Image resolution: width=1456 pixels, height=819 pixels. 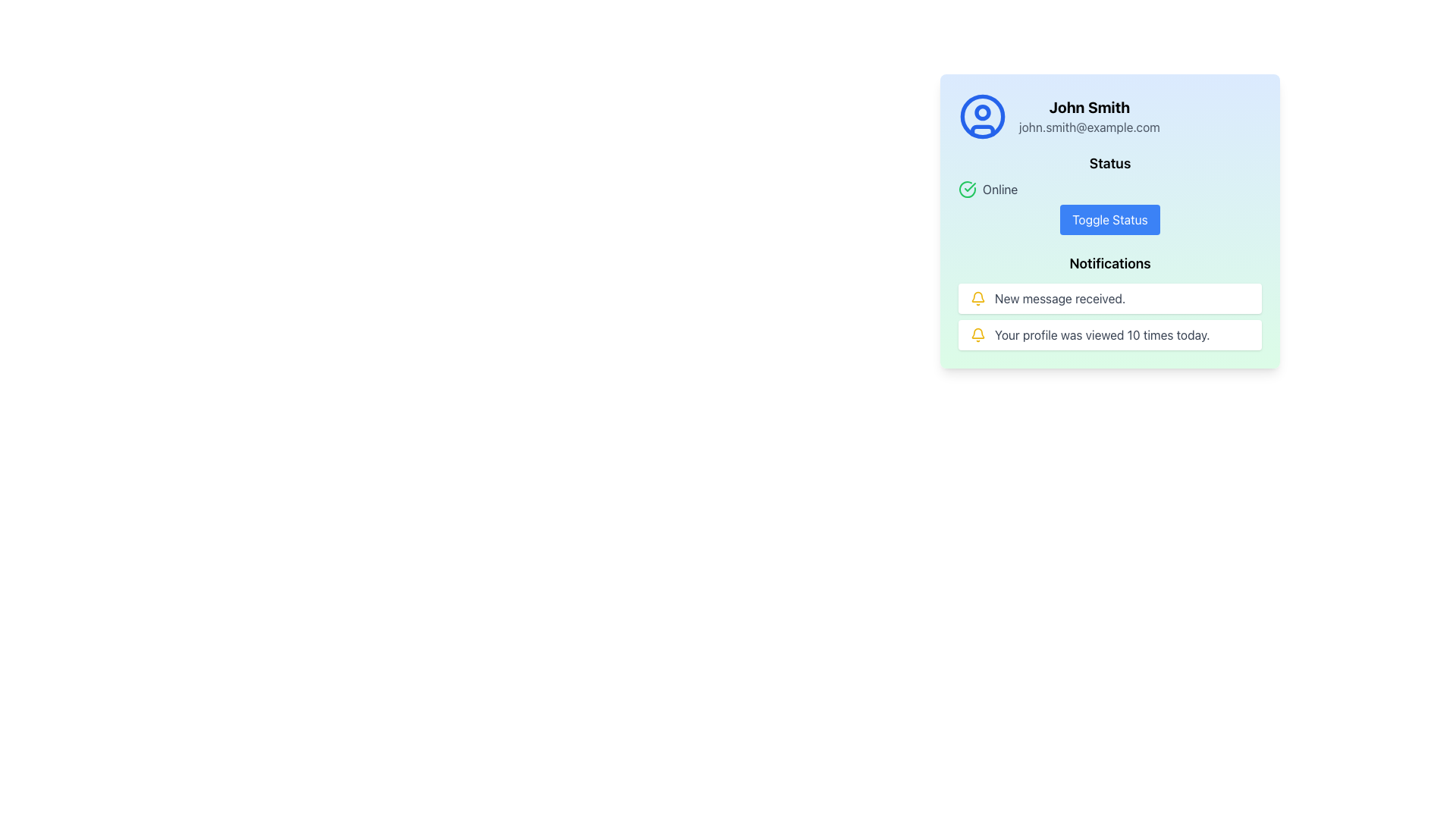 What do you see at coordinates (1088, 127) in the screenshot?
I see `the email address displayed in gray text located below the 'John Smith' text, aligned horizontally in the upper-right card-like component` at bounding box center [1088, 127].